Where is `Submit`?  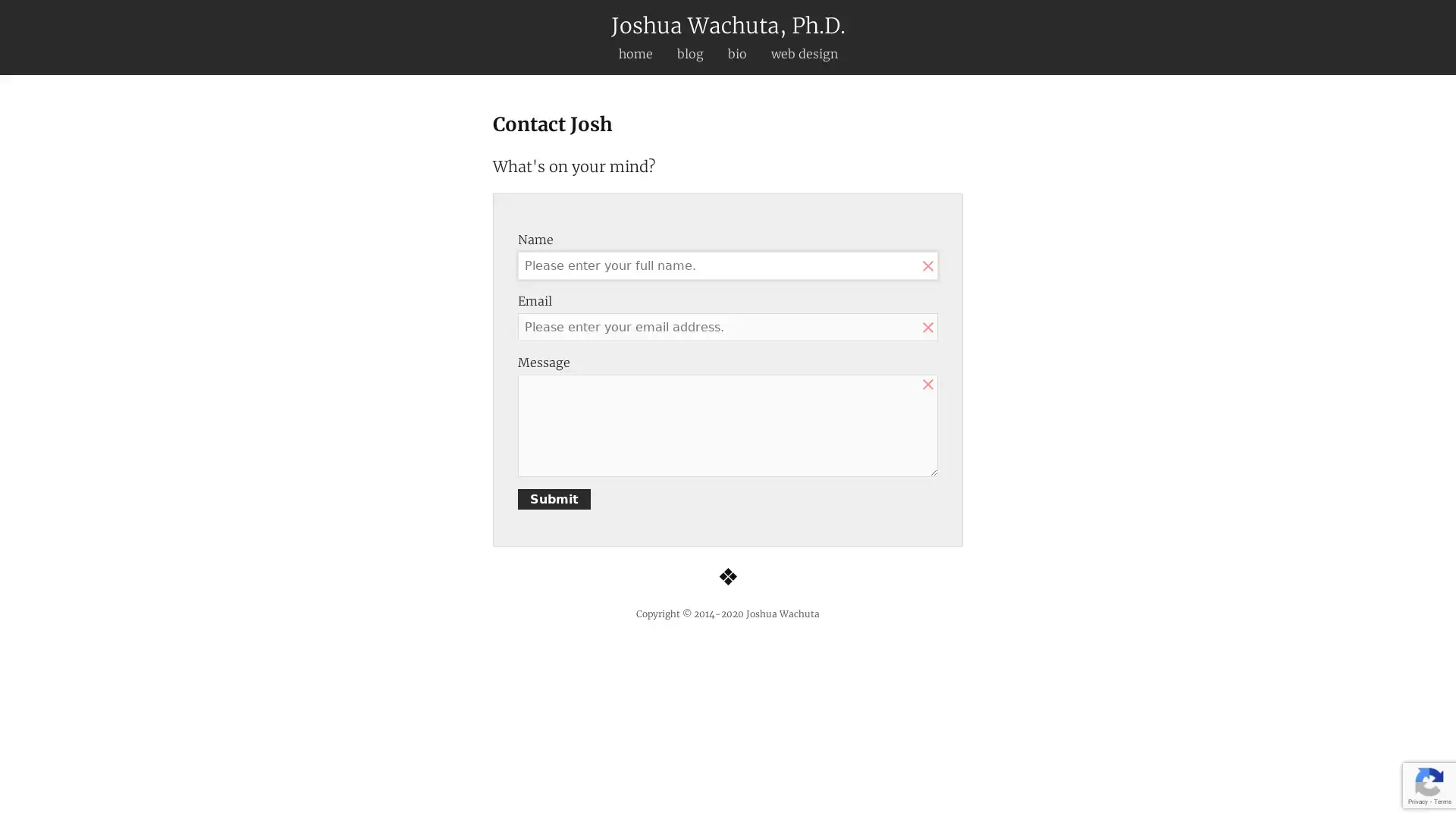
Submit is located at coordinates (553, 498).